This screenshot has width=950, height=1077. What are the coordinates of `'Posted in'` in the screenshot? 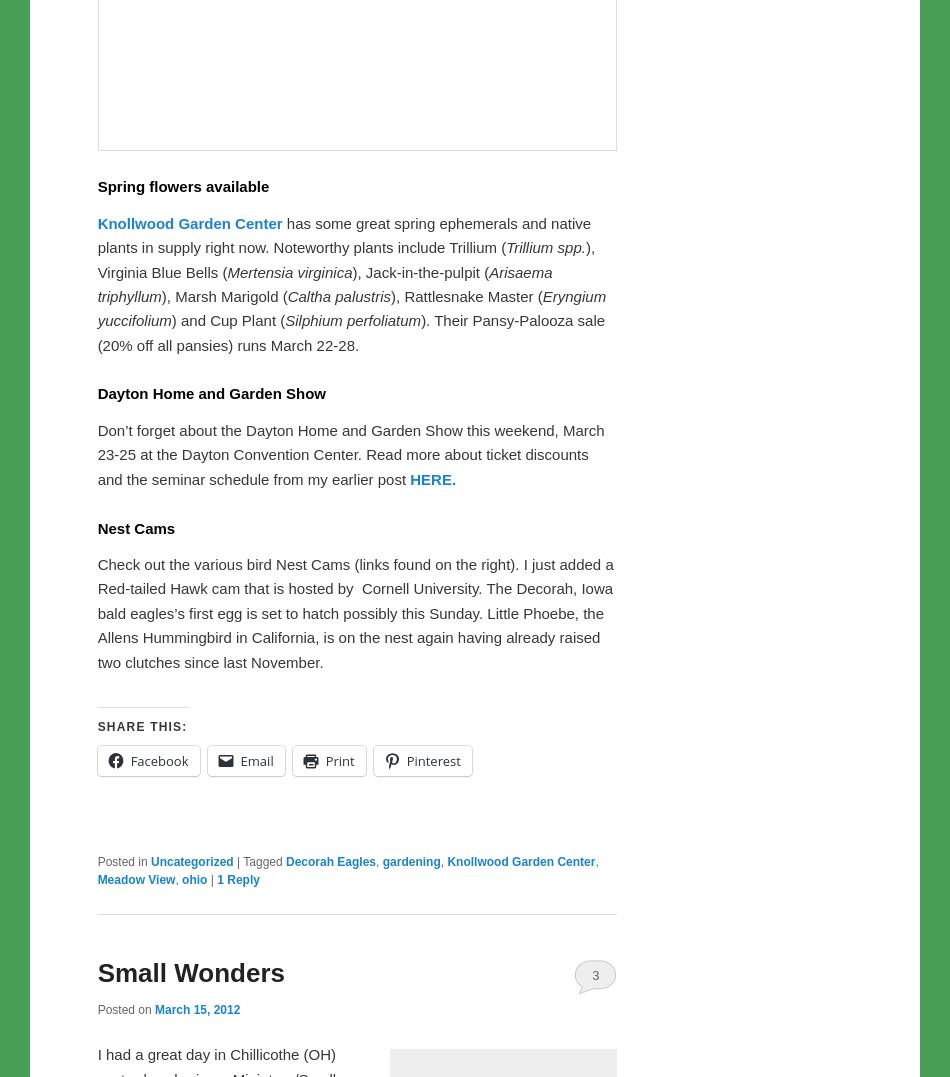 It's located at (121, 861).